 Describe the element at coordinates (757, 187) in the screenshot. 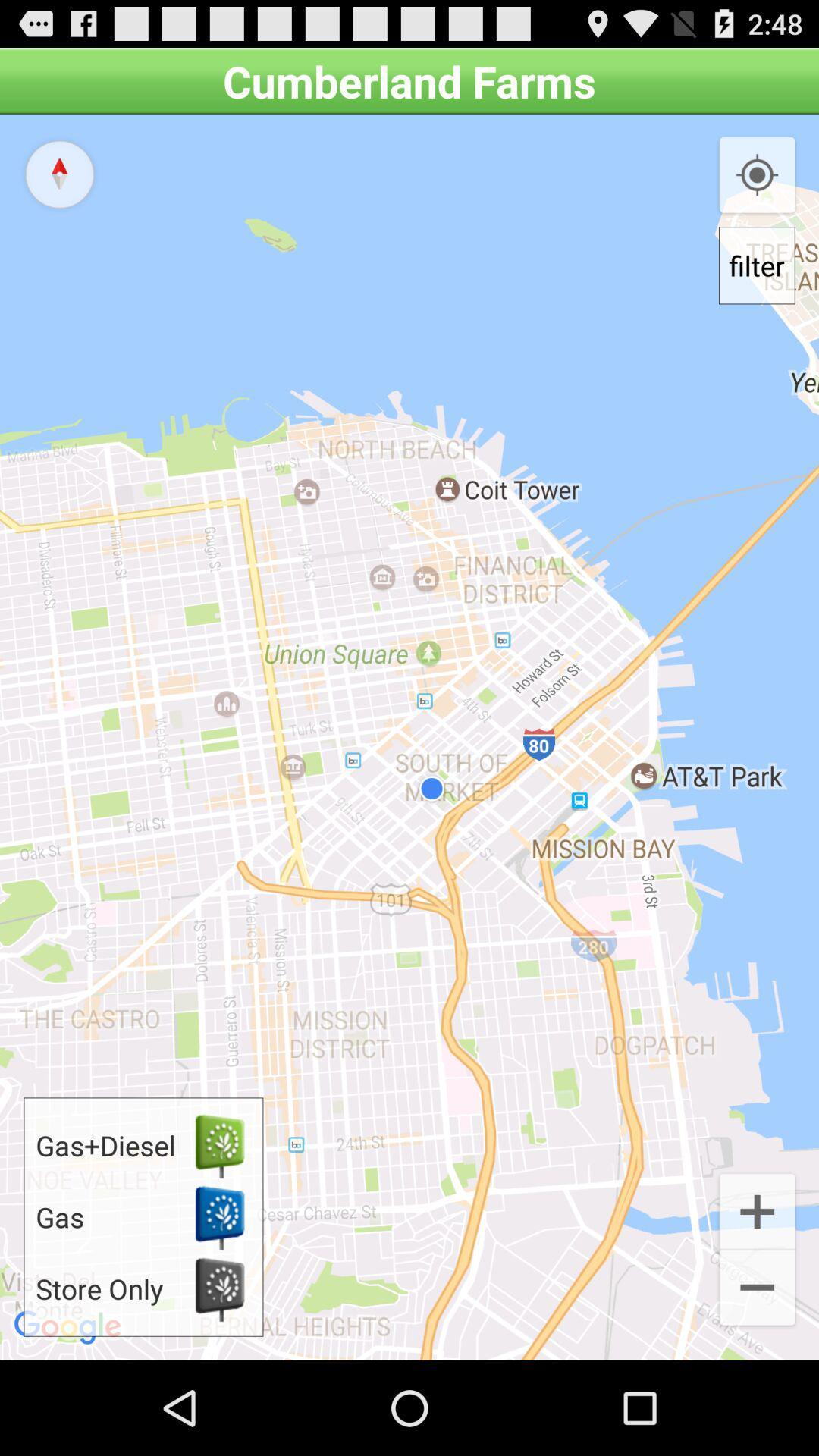

I see `the location_crosshair icon` at that location.